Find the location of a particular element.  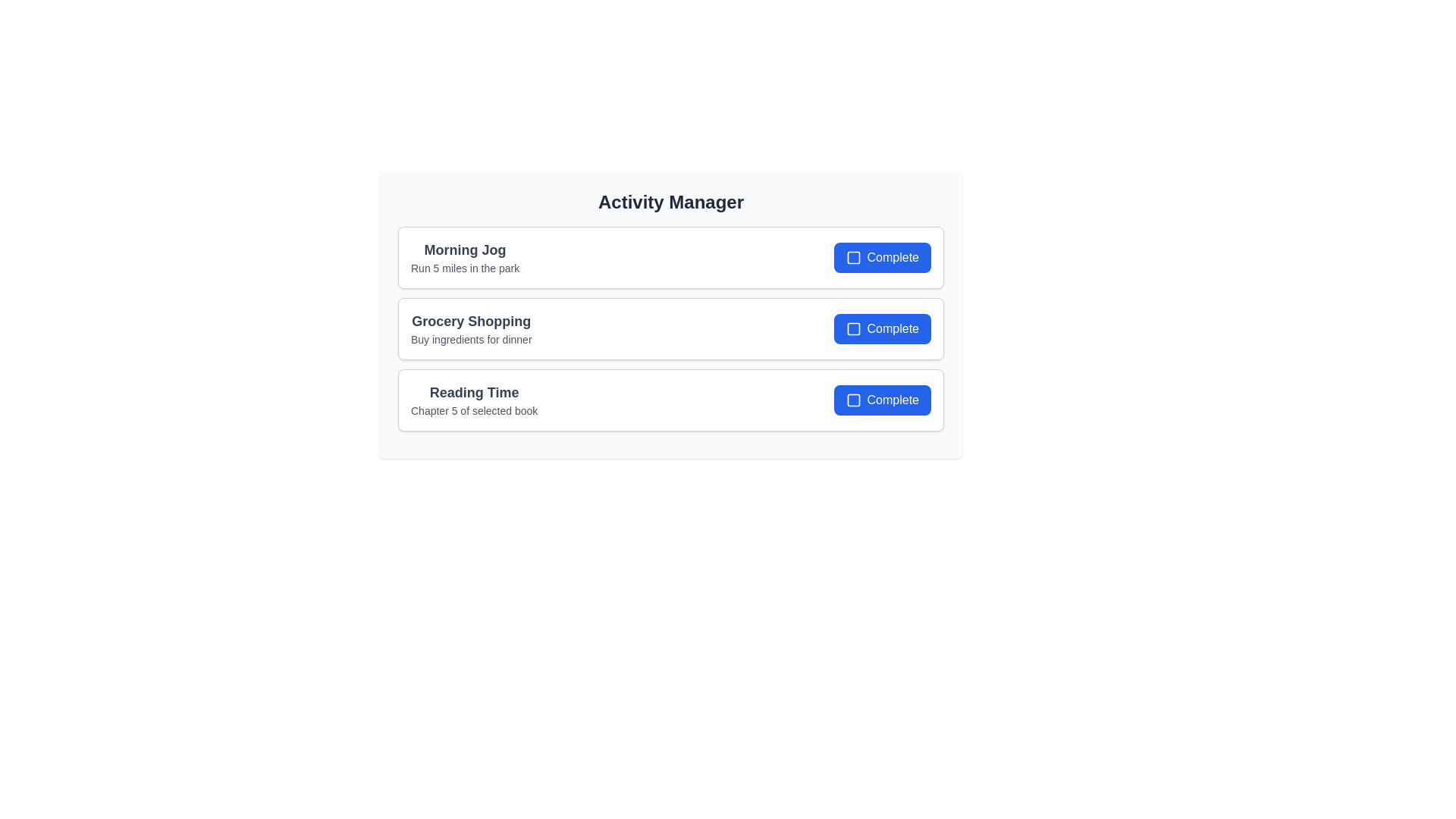

the small square outlined icon located on the left side of the blue button labeled 'Complete' for the first task item 'Morning Jog' is located at coordinates (853, 256).